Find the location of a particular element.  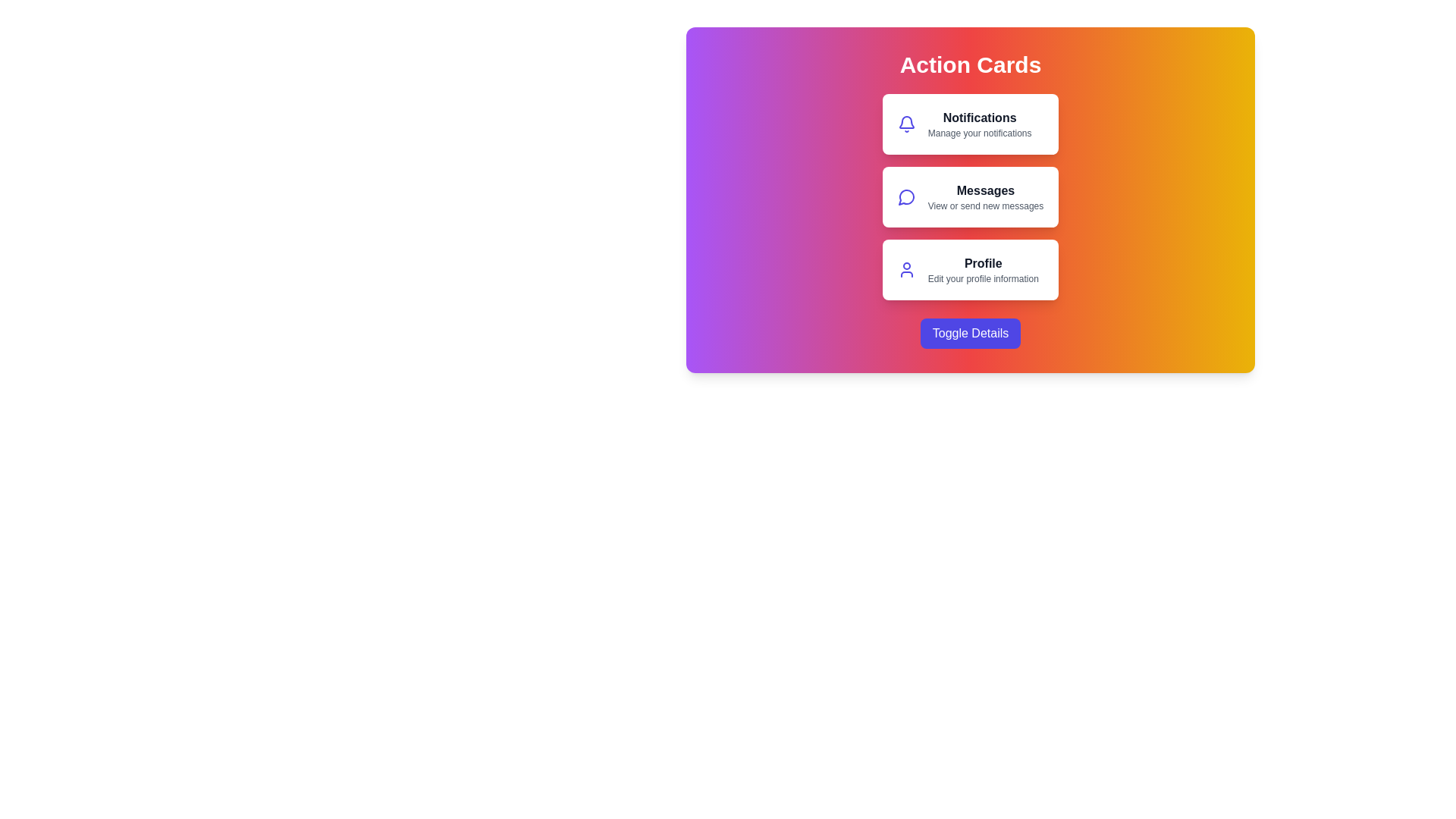

the Text element displaying 'Action Cards', which is a bold, large white text on a colorful gradient background, positioned at the top of a section containing interactive cards is located at coordinates (971, 64).